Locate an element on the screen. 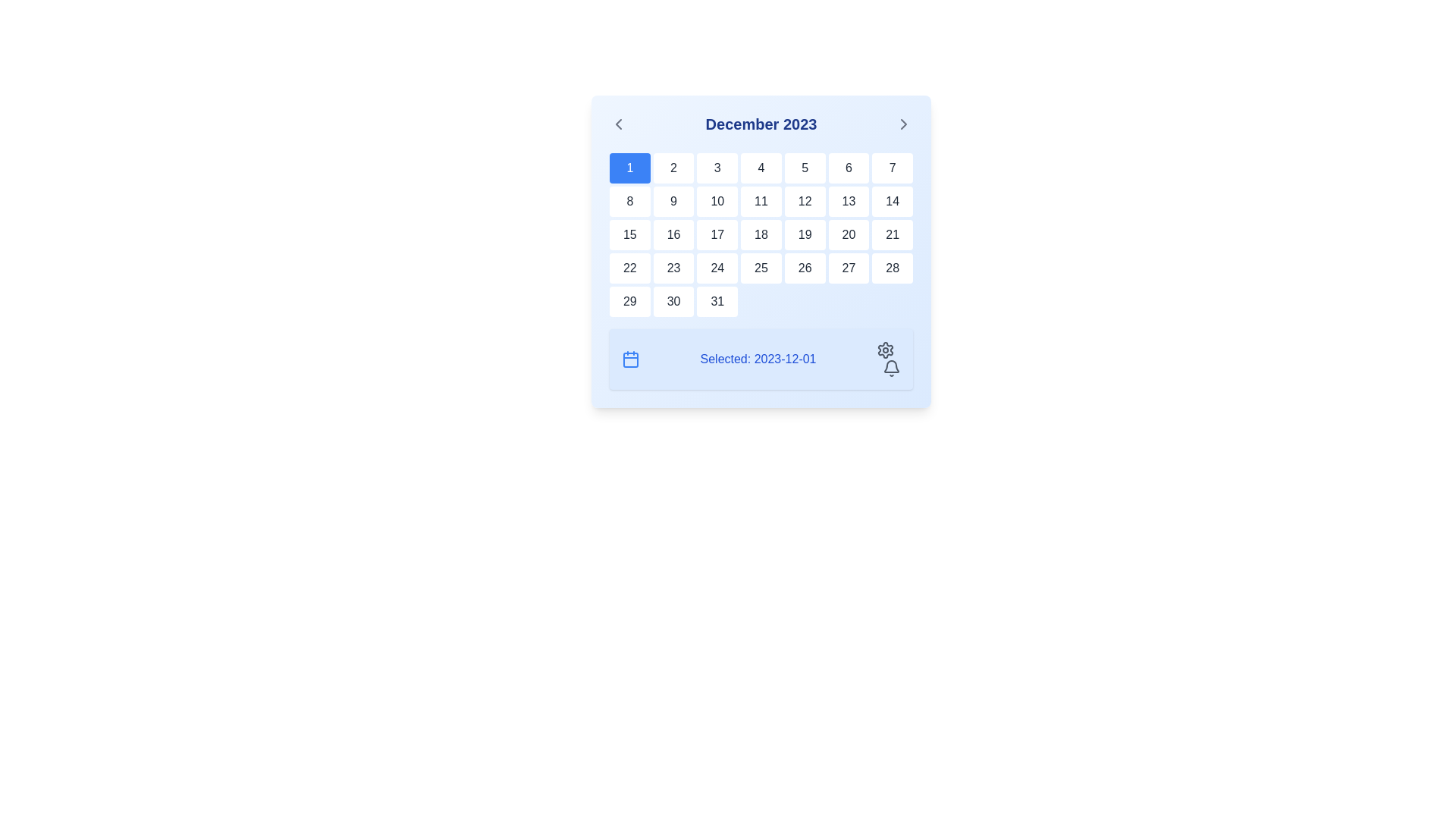 Image resolution: width=1456 pixels, height=819 pixels. the button labeled '11' in the calendar grid of the December 2023 popup is located at coordinates (761, 201).